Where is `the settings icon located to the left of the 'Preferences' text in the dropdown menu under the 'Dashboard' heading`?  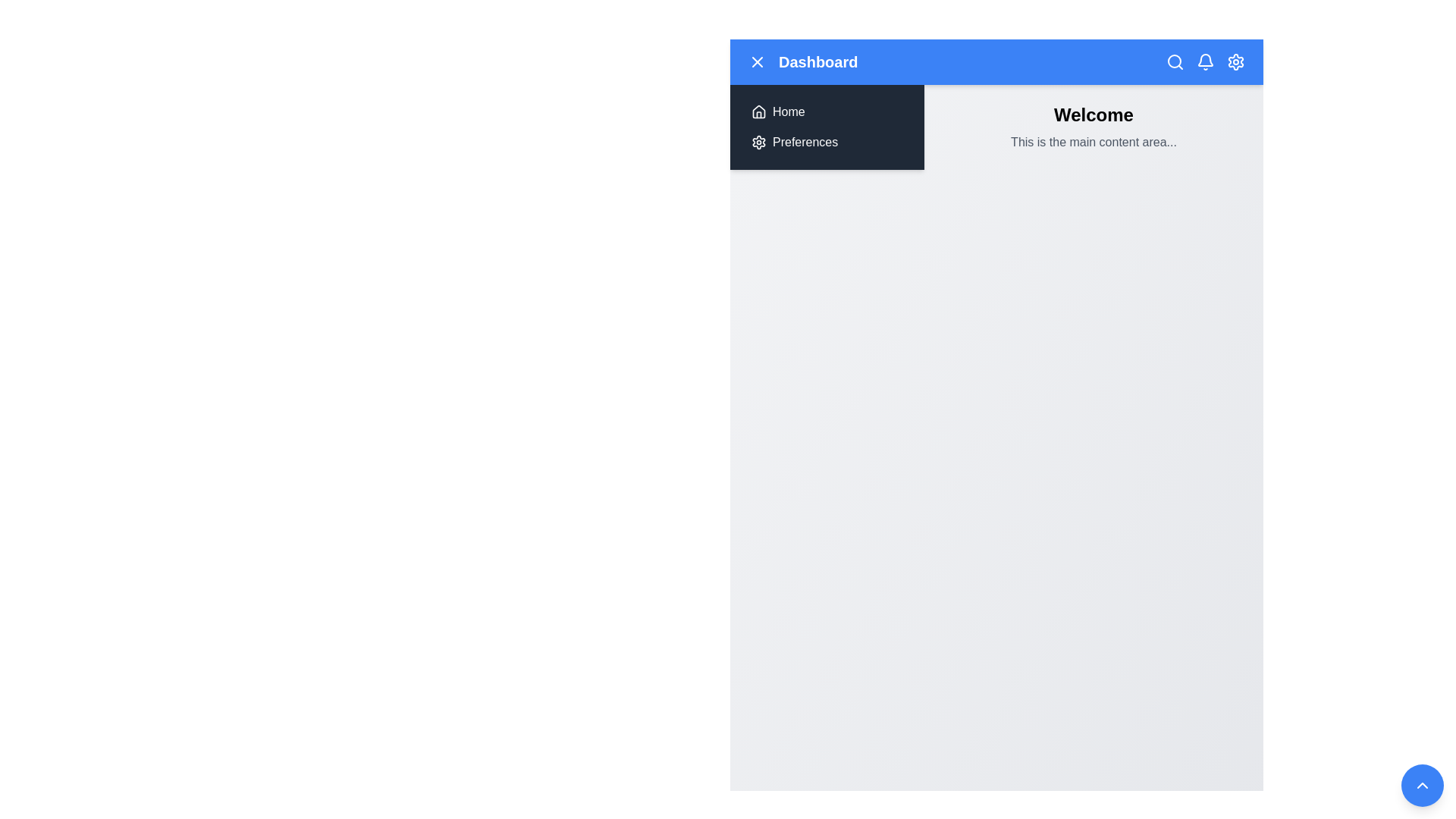 the settings icon located to the left of the 'Preferences' text in the dropdown menu under the 'Dashboard' heading is located at coordinates (759, 143).